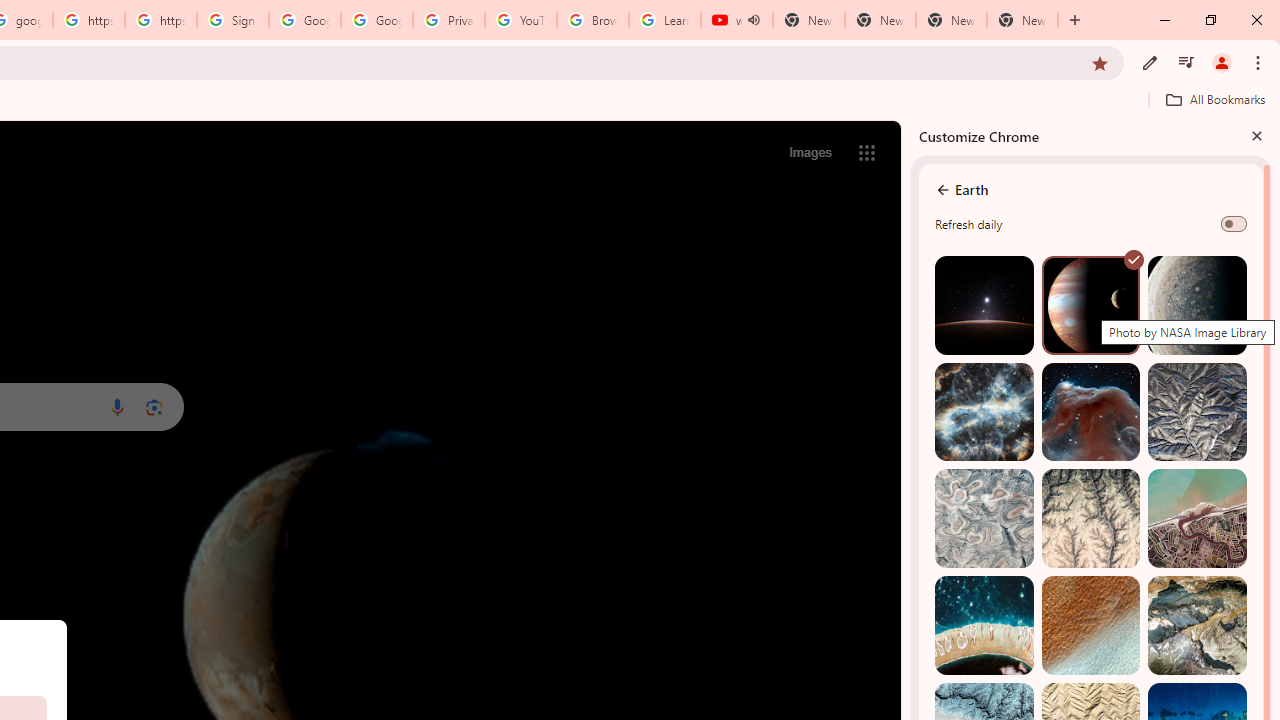  What do you see at coordinates (232, 20) in the screenshot?
I see `'Sign in - Google Accounts'` at bounding box center [232, 20].